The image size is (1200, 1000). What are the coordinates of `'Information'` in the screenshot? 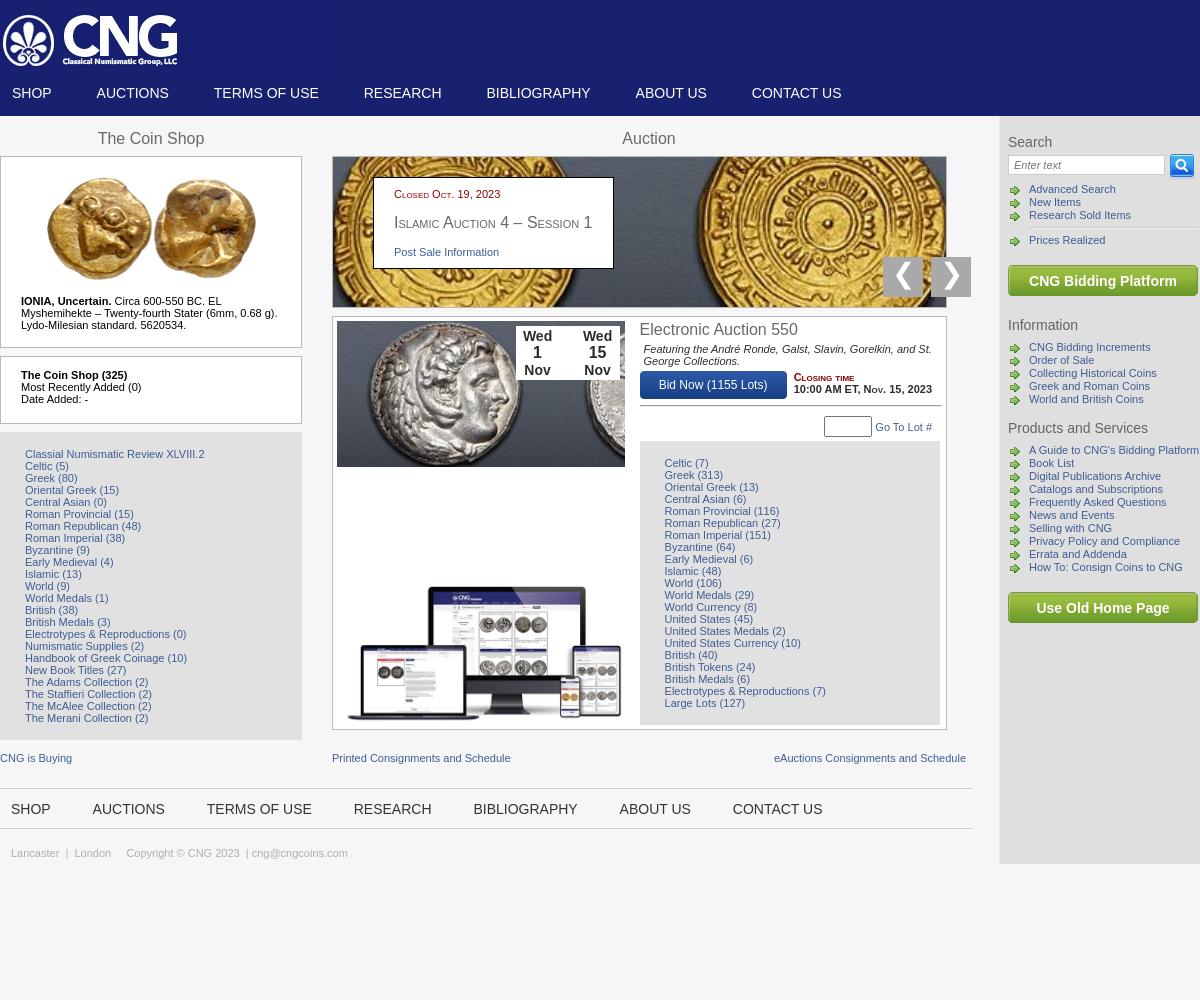 It's located at (1043, 324).